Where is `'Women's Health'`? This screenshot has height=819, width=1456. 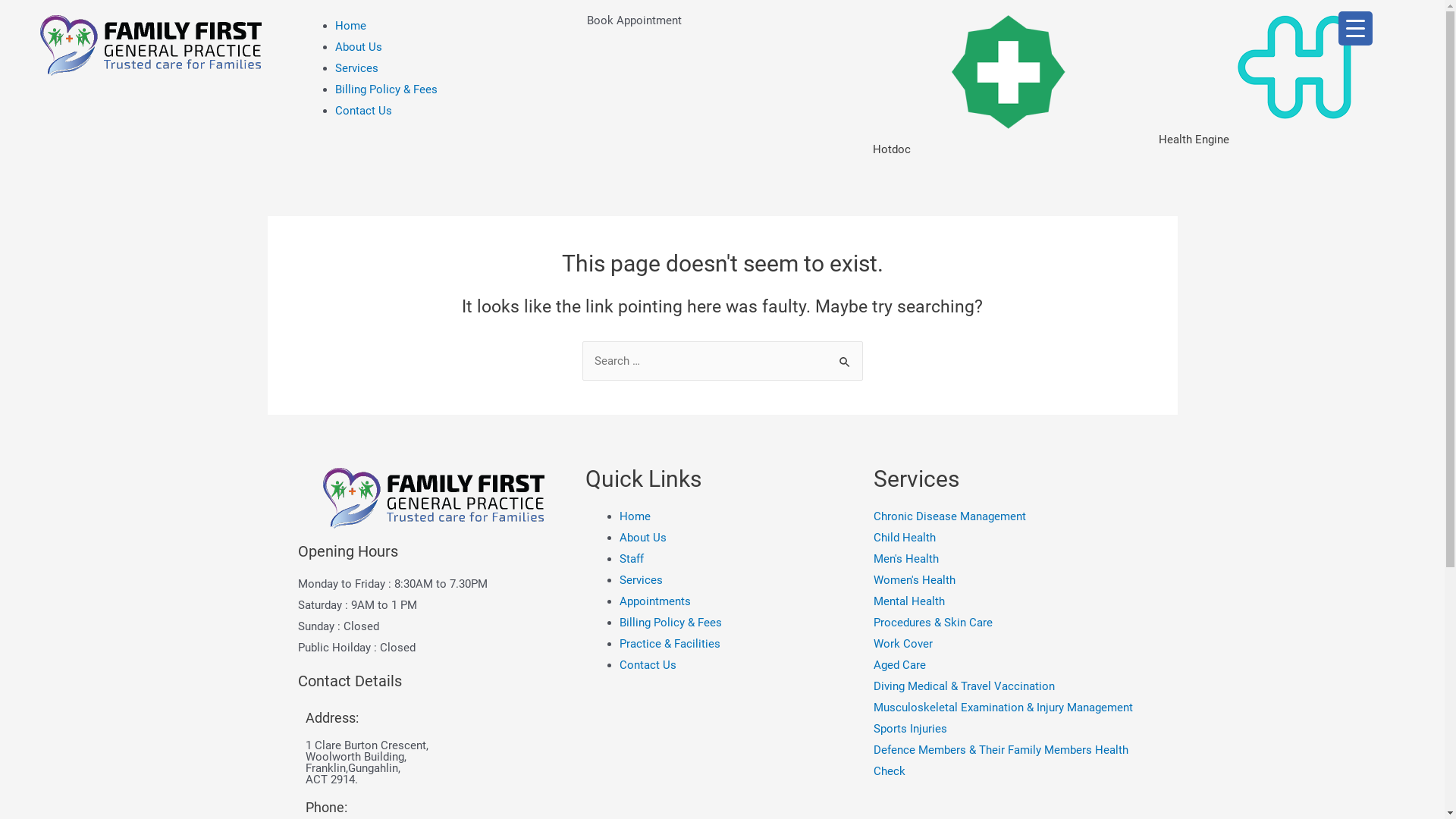
'Women's Health' is located at coordinates (874, 579).